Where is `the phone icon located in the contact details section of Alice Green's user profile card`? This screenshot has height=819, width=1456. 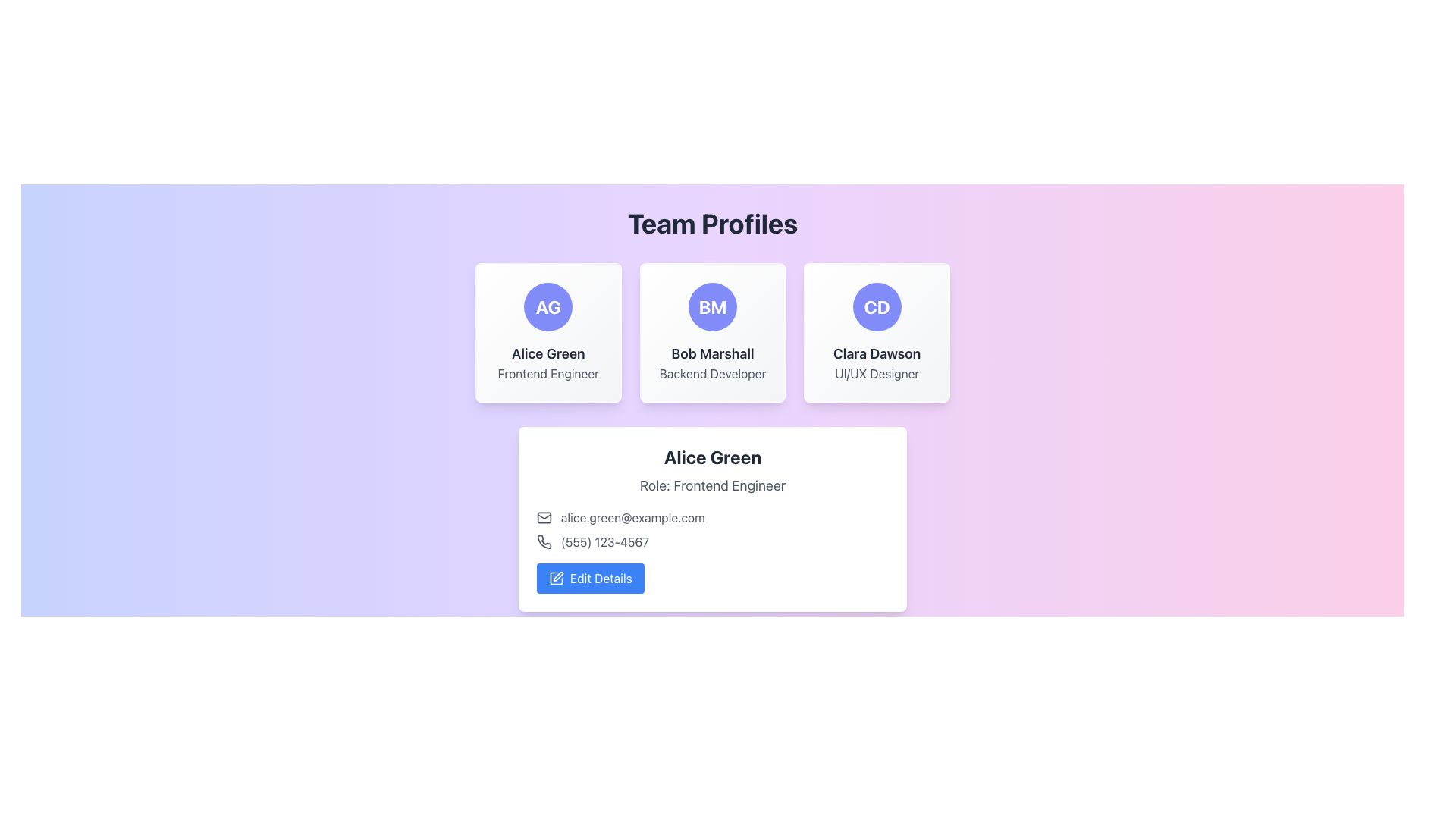
the phone icon located in the contact details section of Alice Green's user profile card is located at coordinates (544, 540).